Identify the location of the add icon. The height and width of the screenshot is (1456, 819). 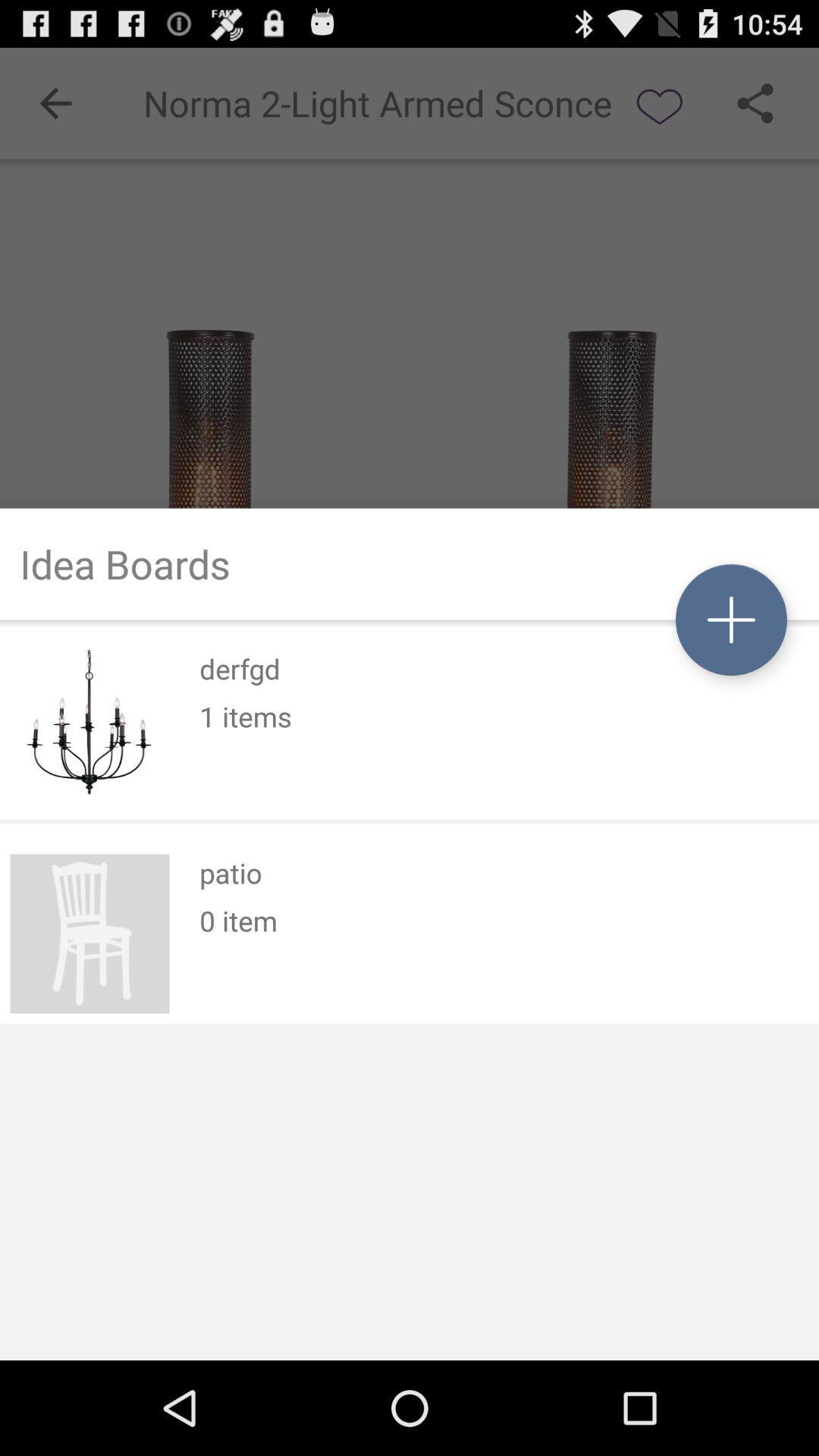
(730, 663).